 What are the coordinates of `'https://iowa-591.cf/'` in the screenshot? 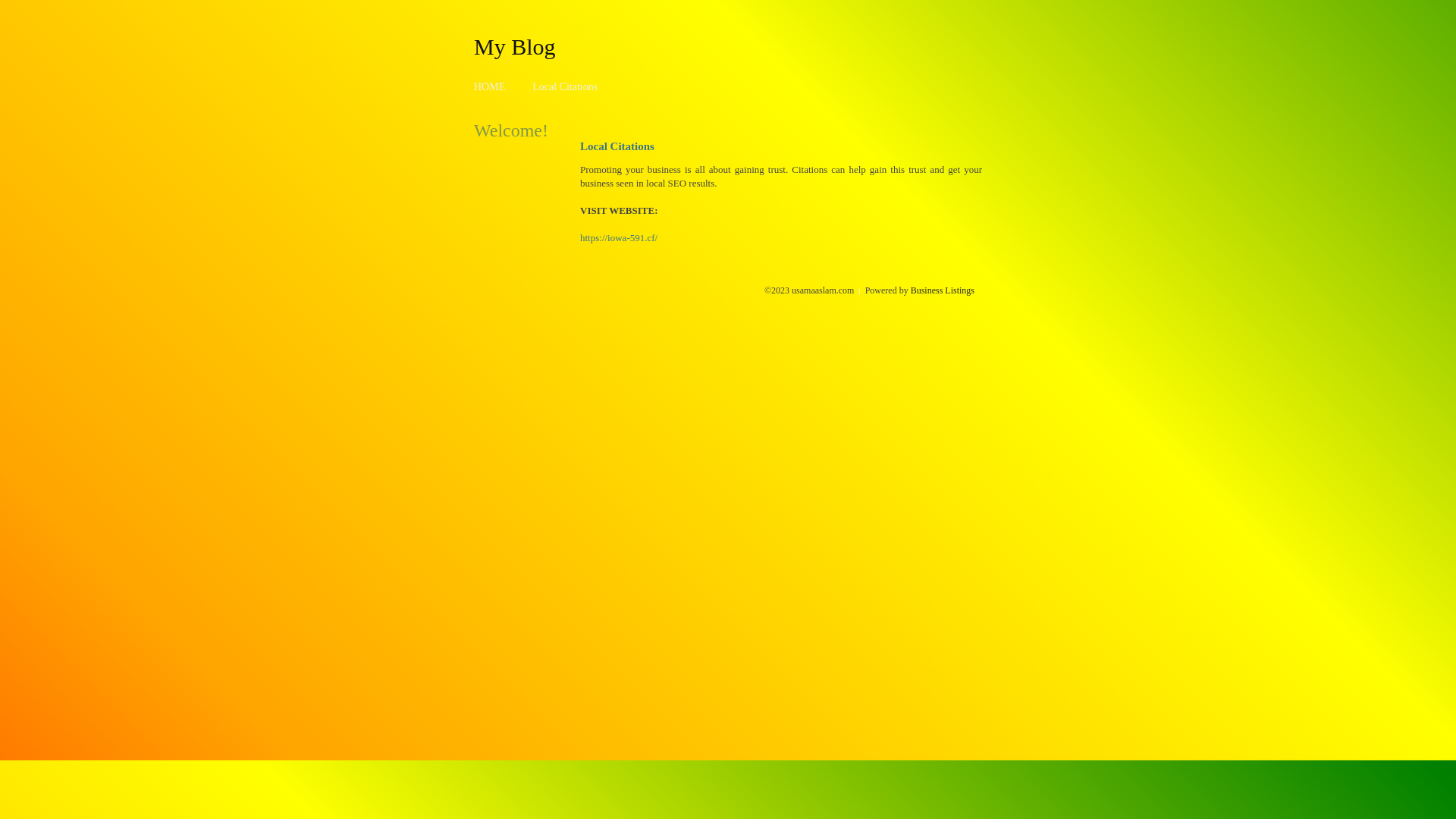 It's located at (619, 237).